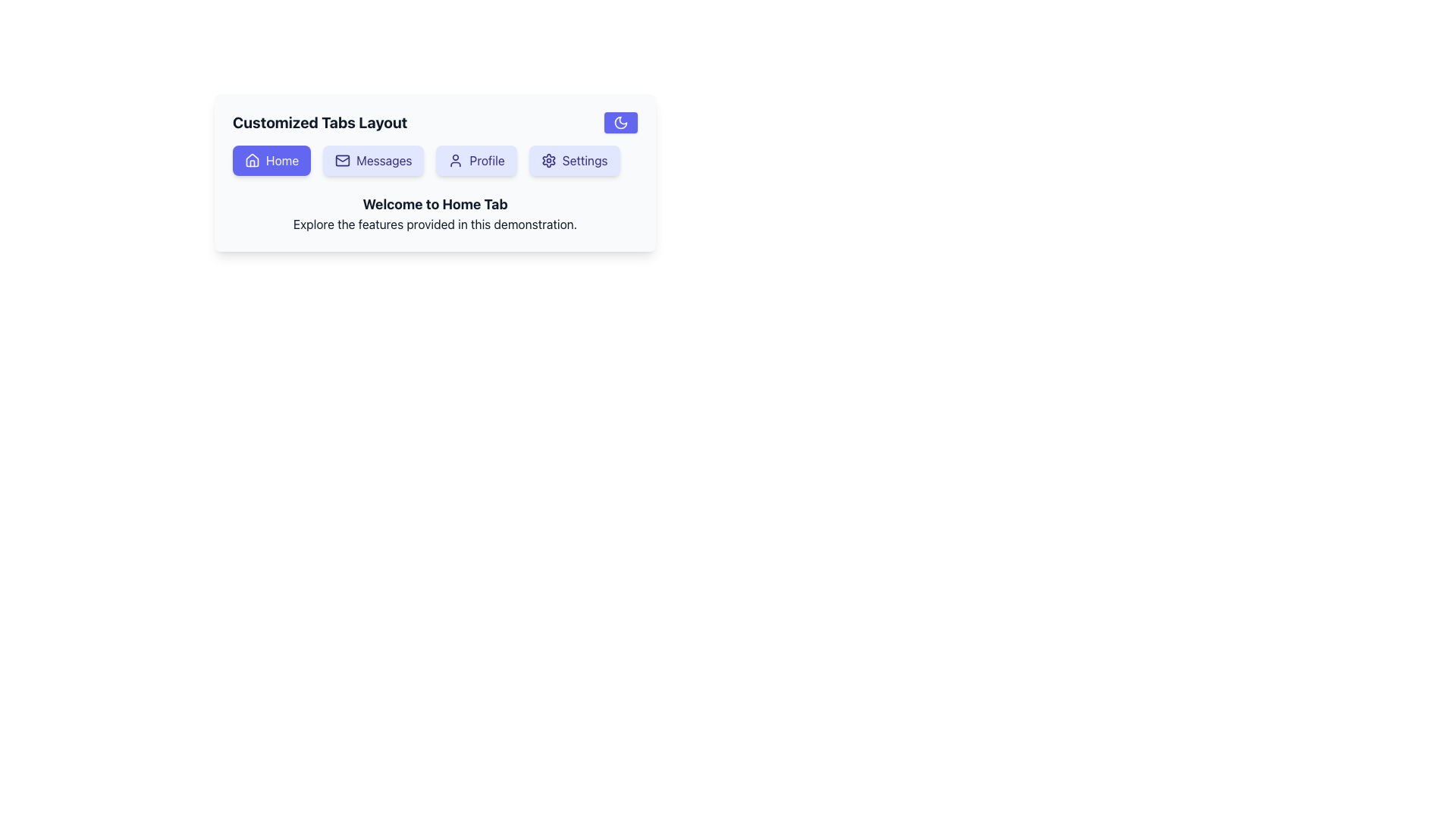 The image size is (1456, 819). Describe the element at coordinates (584, 161) in the screenshot. I see `the 'Settings' button in the tab navigation bar` at that location.